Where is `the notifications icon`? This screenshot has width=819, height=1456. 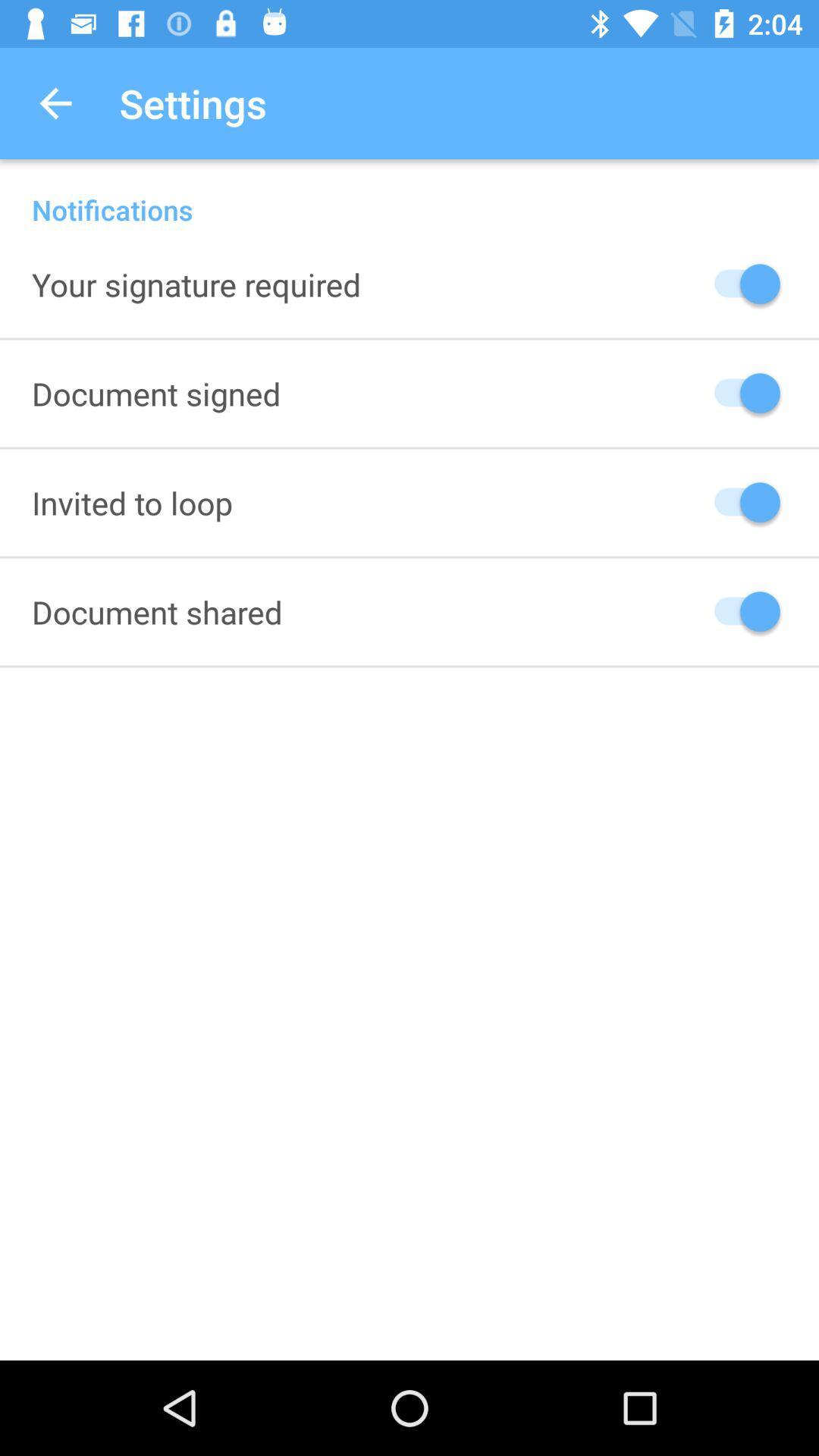
the notifications icon is located at coordinates (409, 193).